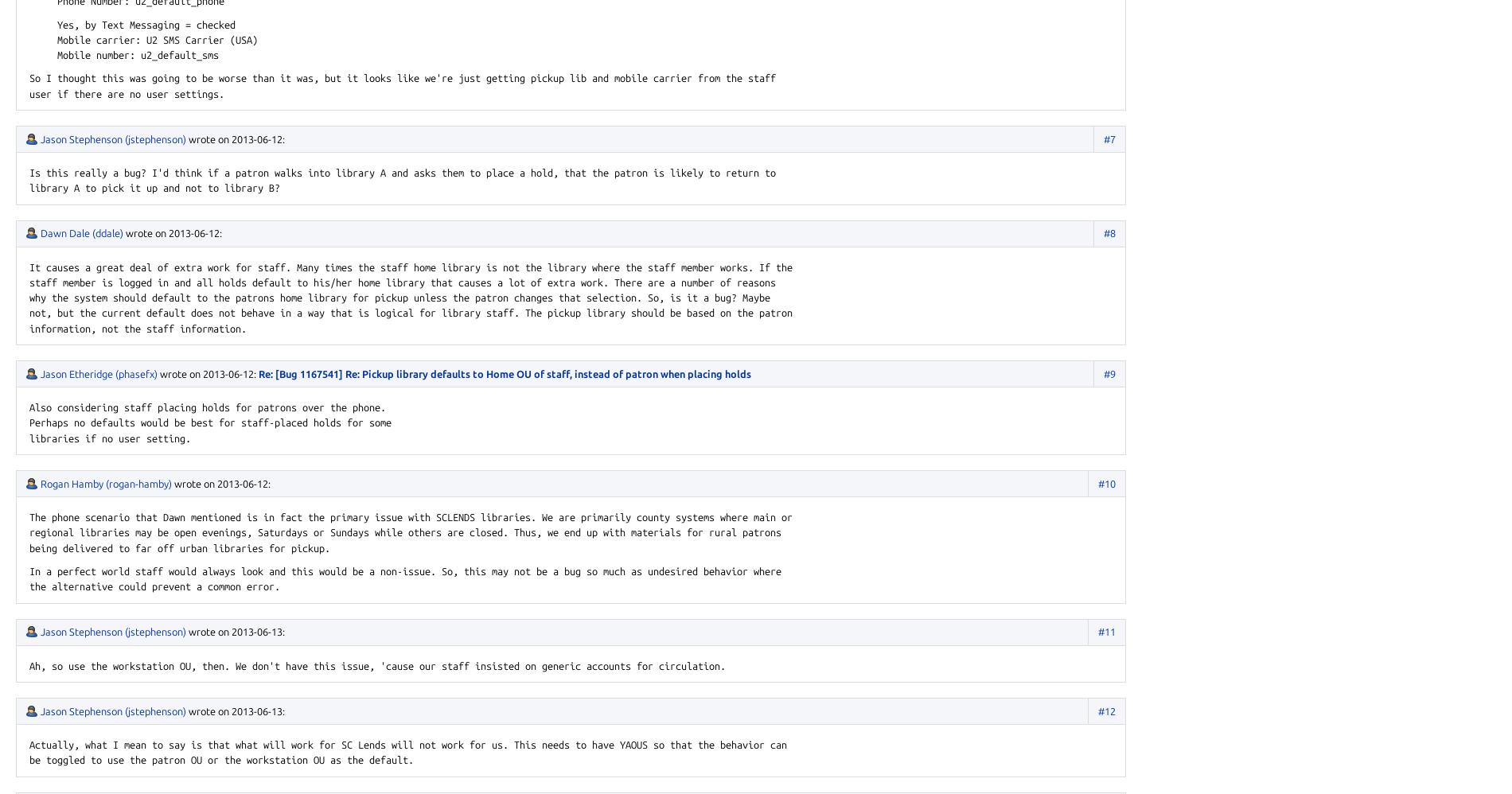 This screenshot has width=1512, height=794. What do you see at coordinates (29, 752) in the screenshot?
I see `'Actually, what I mean to say is that what will work for SC Lends will not work for us. This needs to have YAOUS so that the behavior can be toggled to use the patron OU or the workstation OU as the default.'` at bounding box center [29, 752].